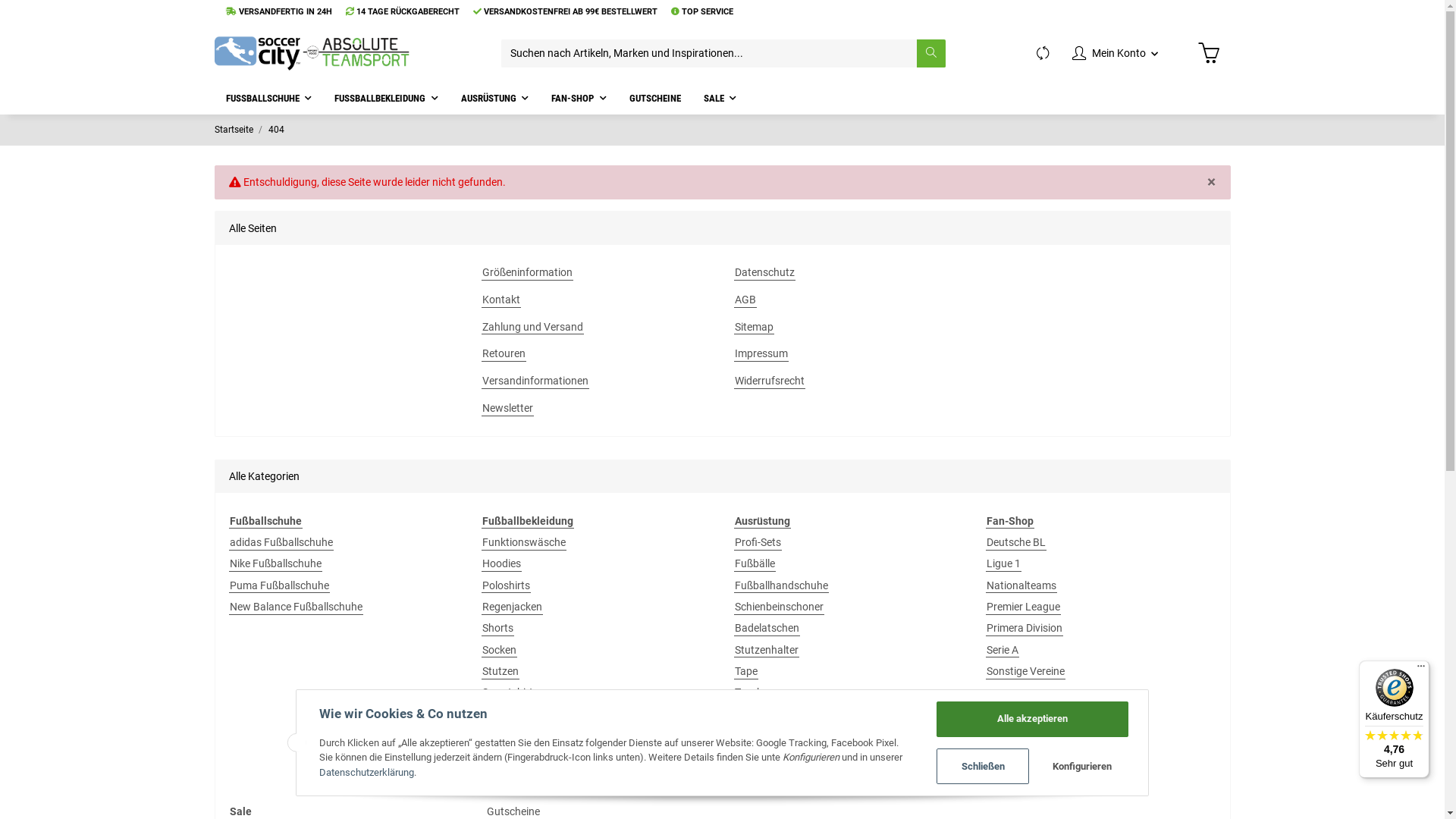 The width and height of the screenshot is (1456, 819). I want to click on 'Ligue 1', so click(1003, 563).